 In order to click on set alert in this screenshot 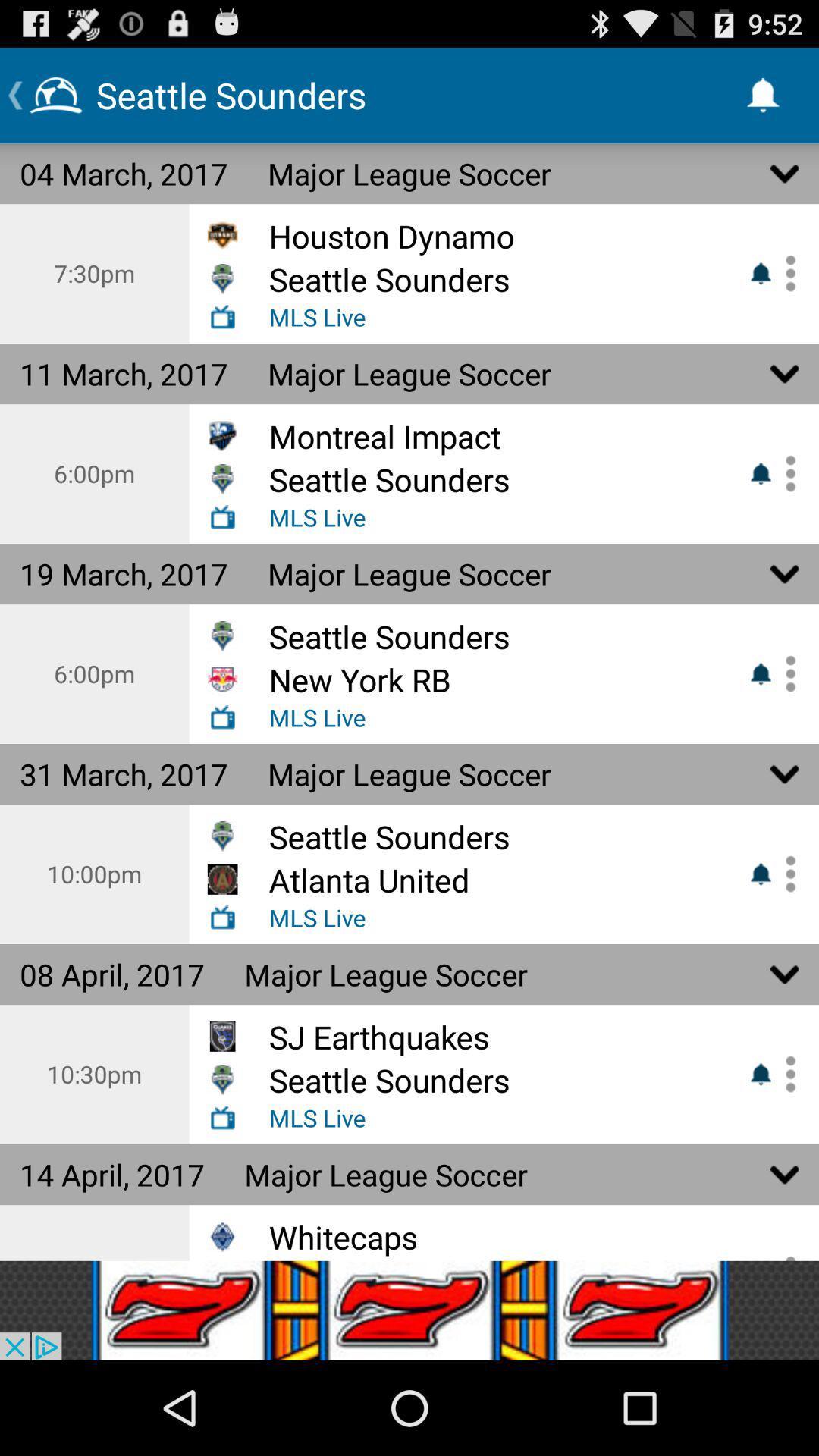, I will do `click(785, 472)`.